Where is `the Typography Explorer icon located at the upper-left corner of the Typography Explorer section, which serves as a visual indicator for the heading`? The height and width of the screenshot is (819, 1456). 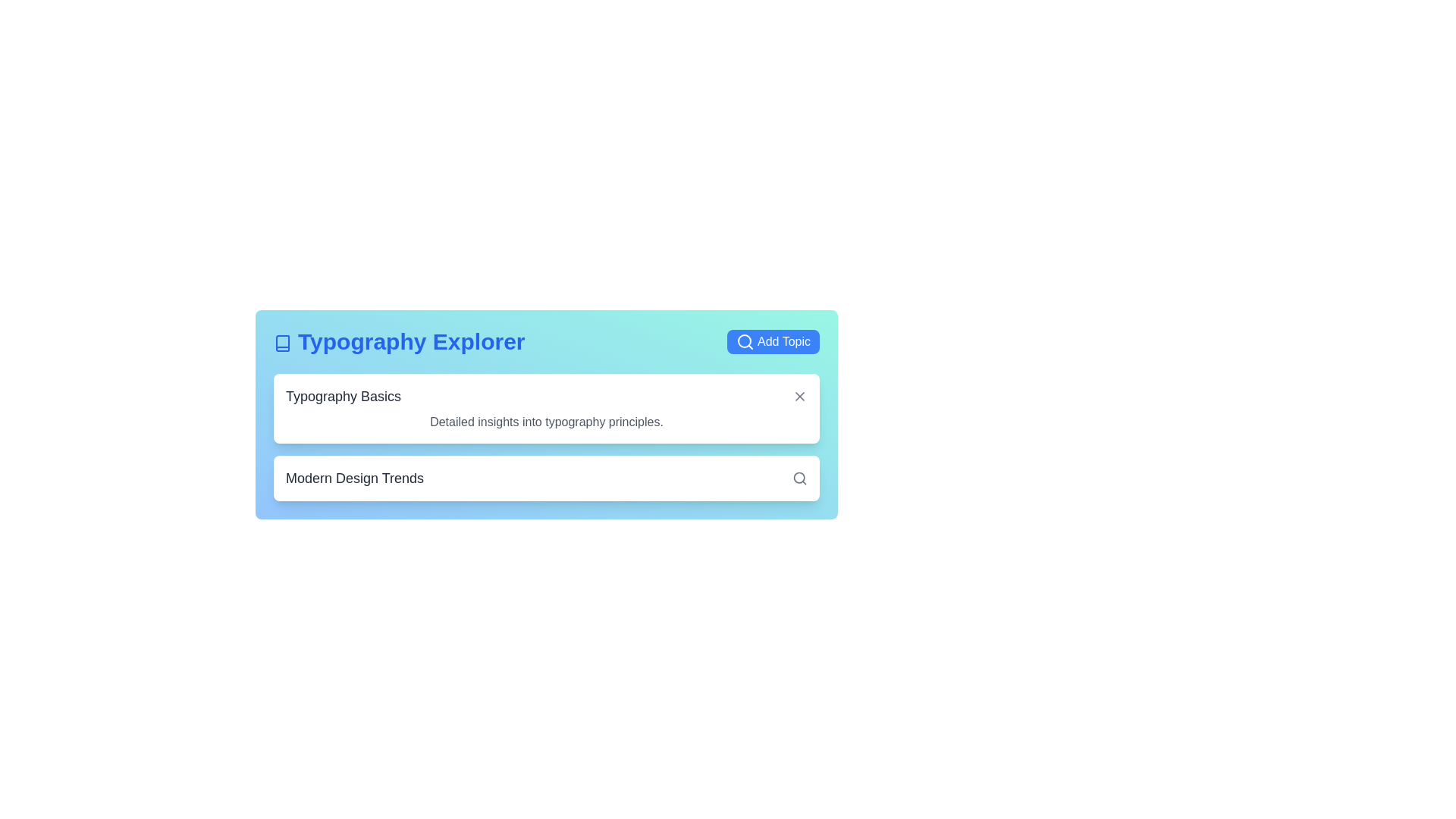 the Typography Explorer icon located at the upper-left corner of the Typography Explorer section, which serves as a visual indicator for the heading is located at coordinates (283, 343).